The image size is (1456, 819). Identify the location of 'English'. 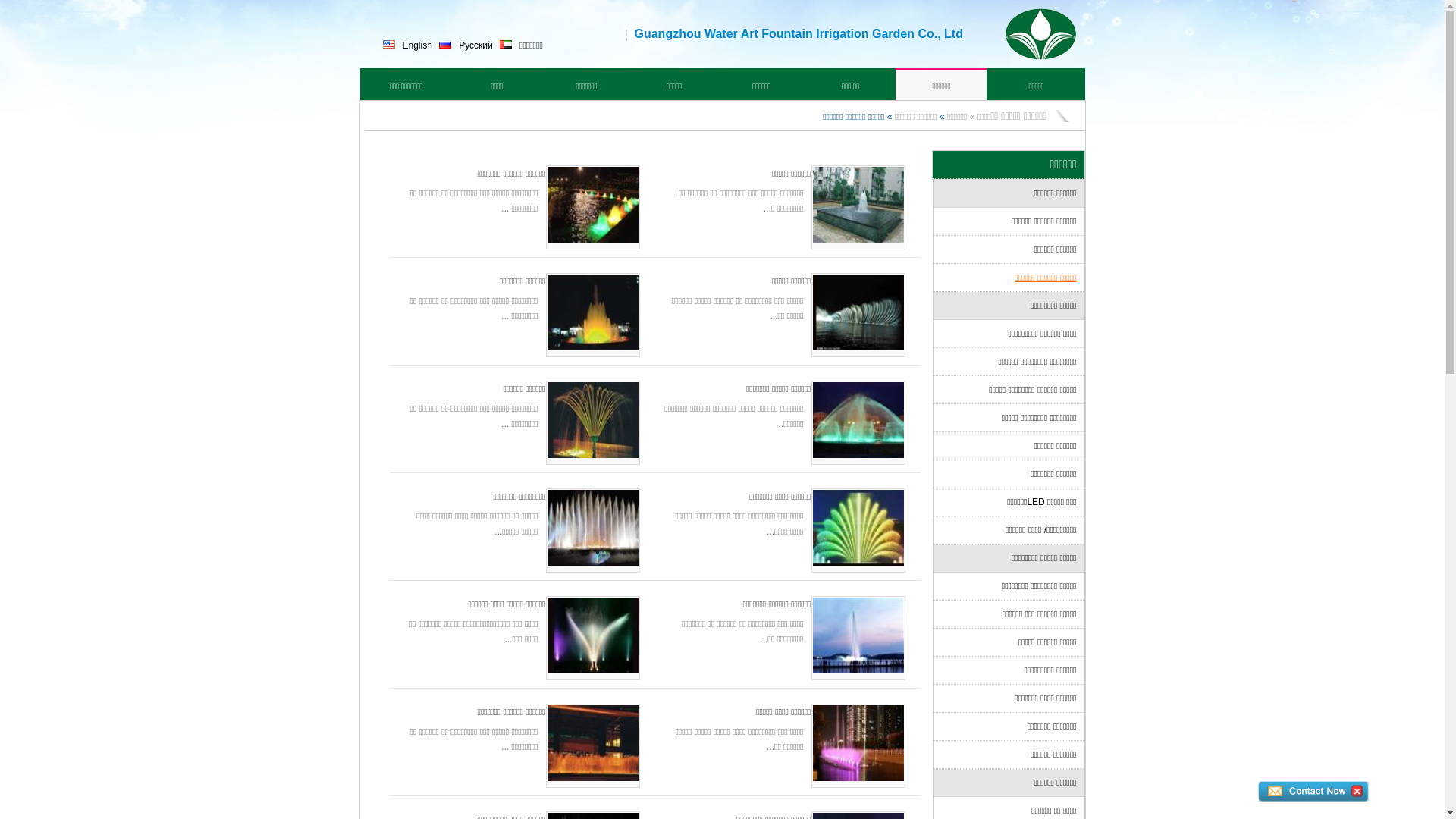
(416, 45).